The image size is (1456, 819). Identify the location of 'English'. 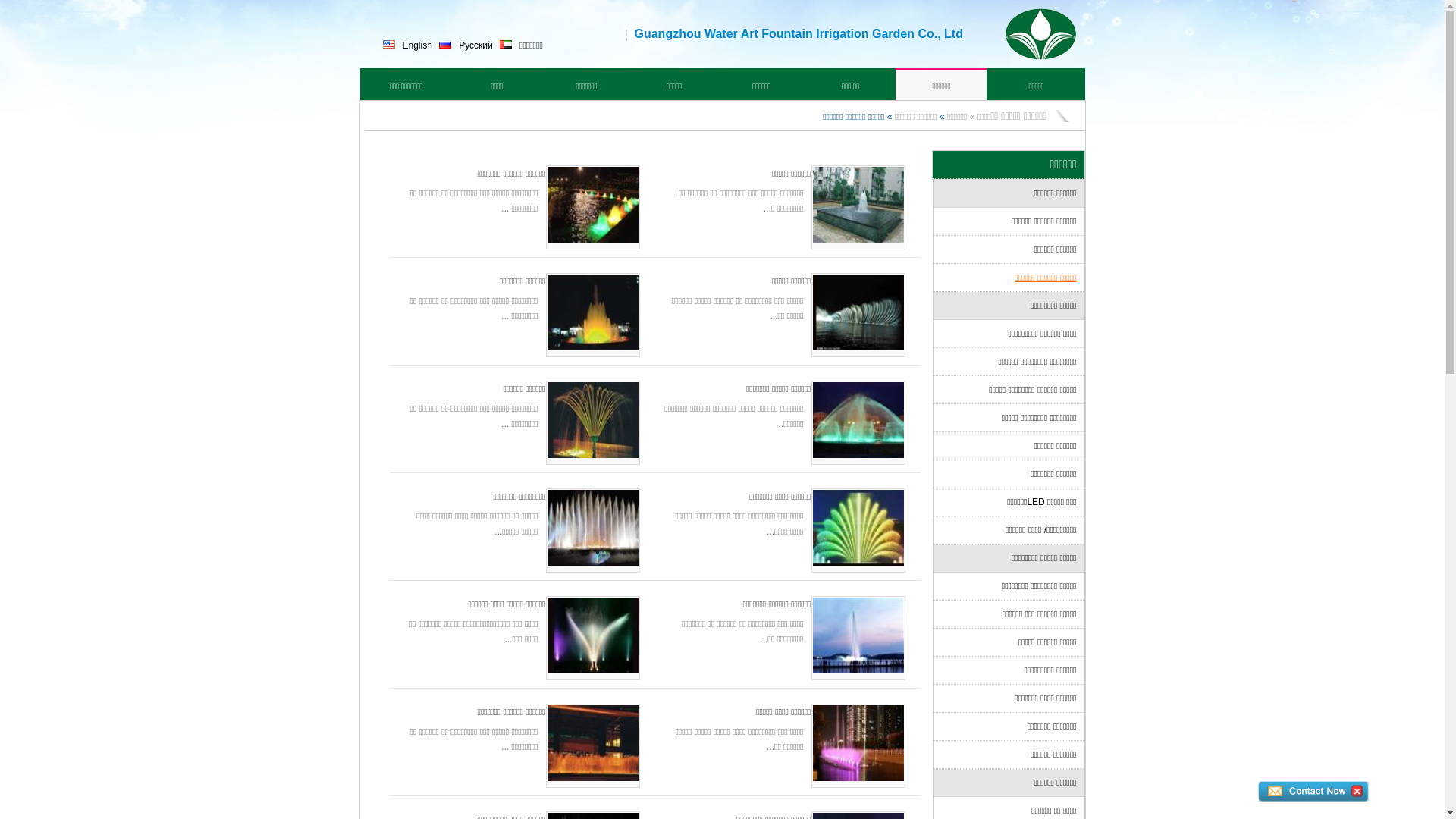
(416, 45).